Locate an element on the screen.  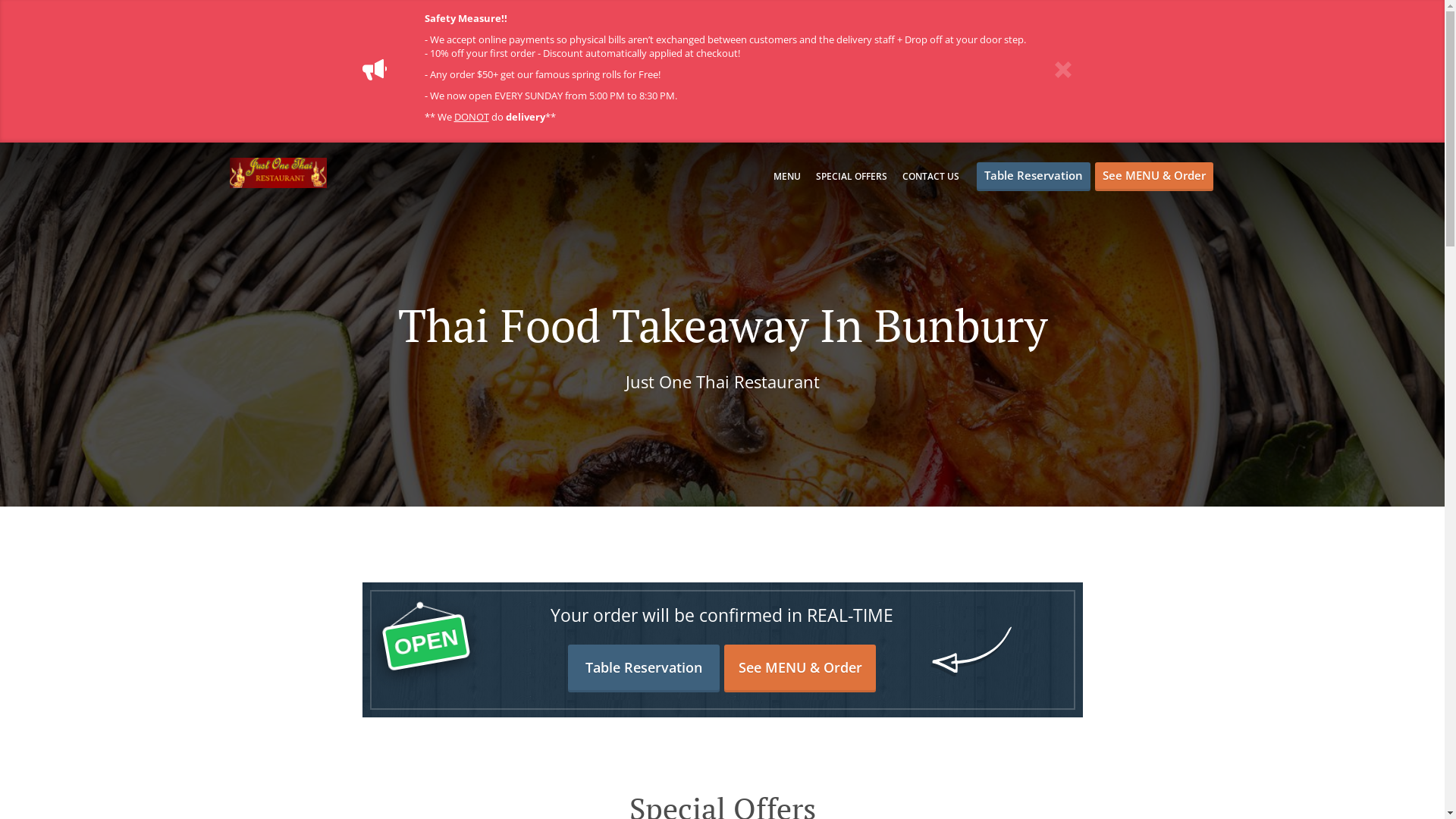
'SPECIAL OFFERS' is located at coordinates (852, 175).